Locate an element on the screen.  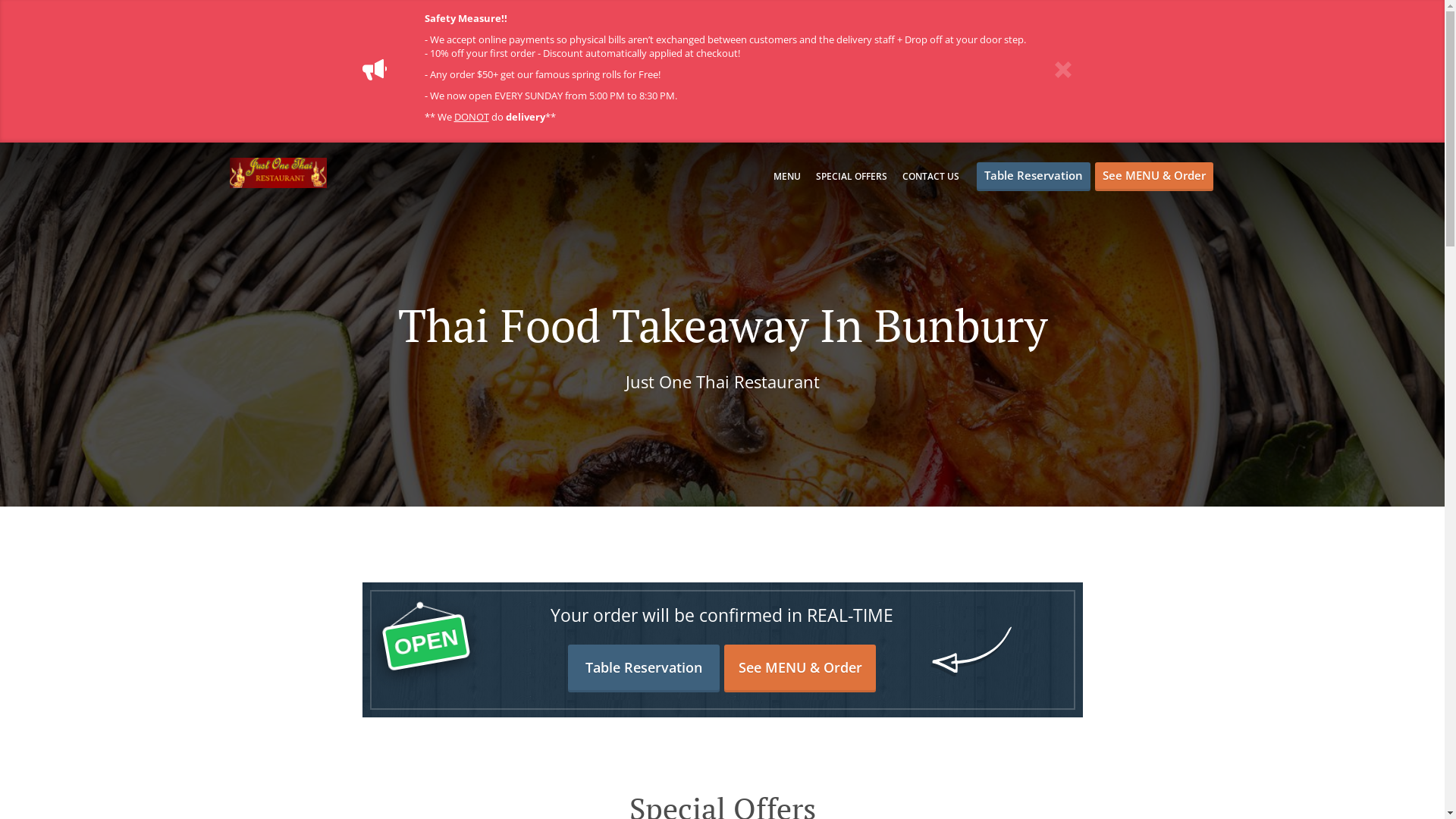
'SPECIAL OFFERS' is located at coordinates (852, 175).